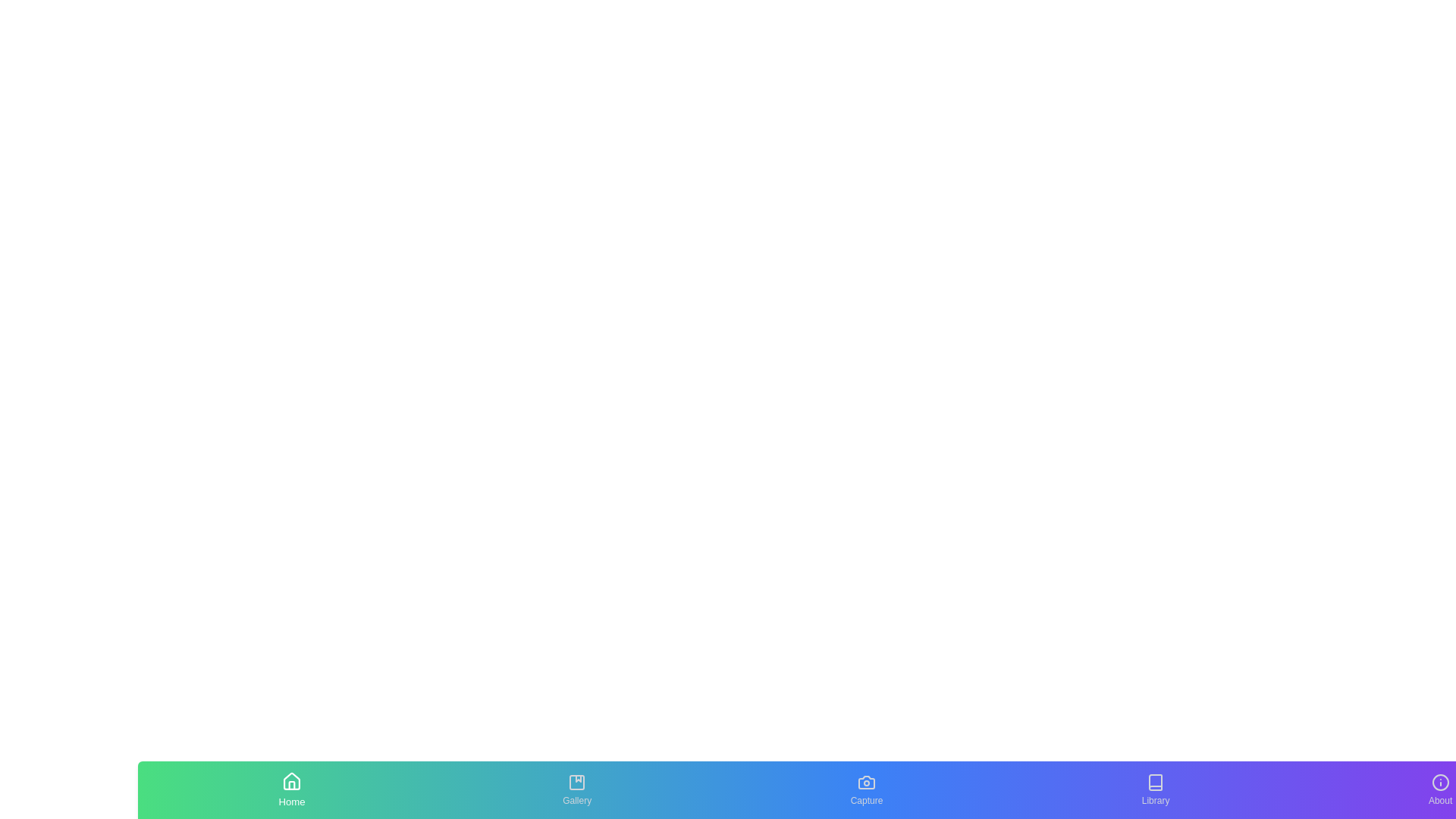 This screenshot has height=819, width=1456. Describe the element at coordinates (866, 789) in the screenshot. I see `the tab labeled Capture to inspect its text` at that location.